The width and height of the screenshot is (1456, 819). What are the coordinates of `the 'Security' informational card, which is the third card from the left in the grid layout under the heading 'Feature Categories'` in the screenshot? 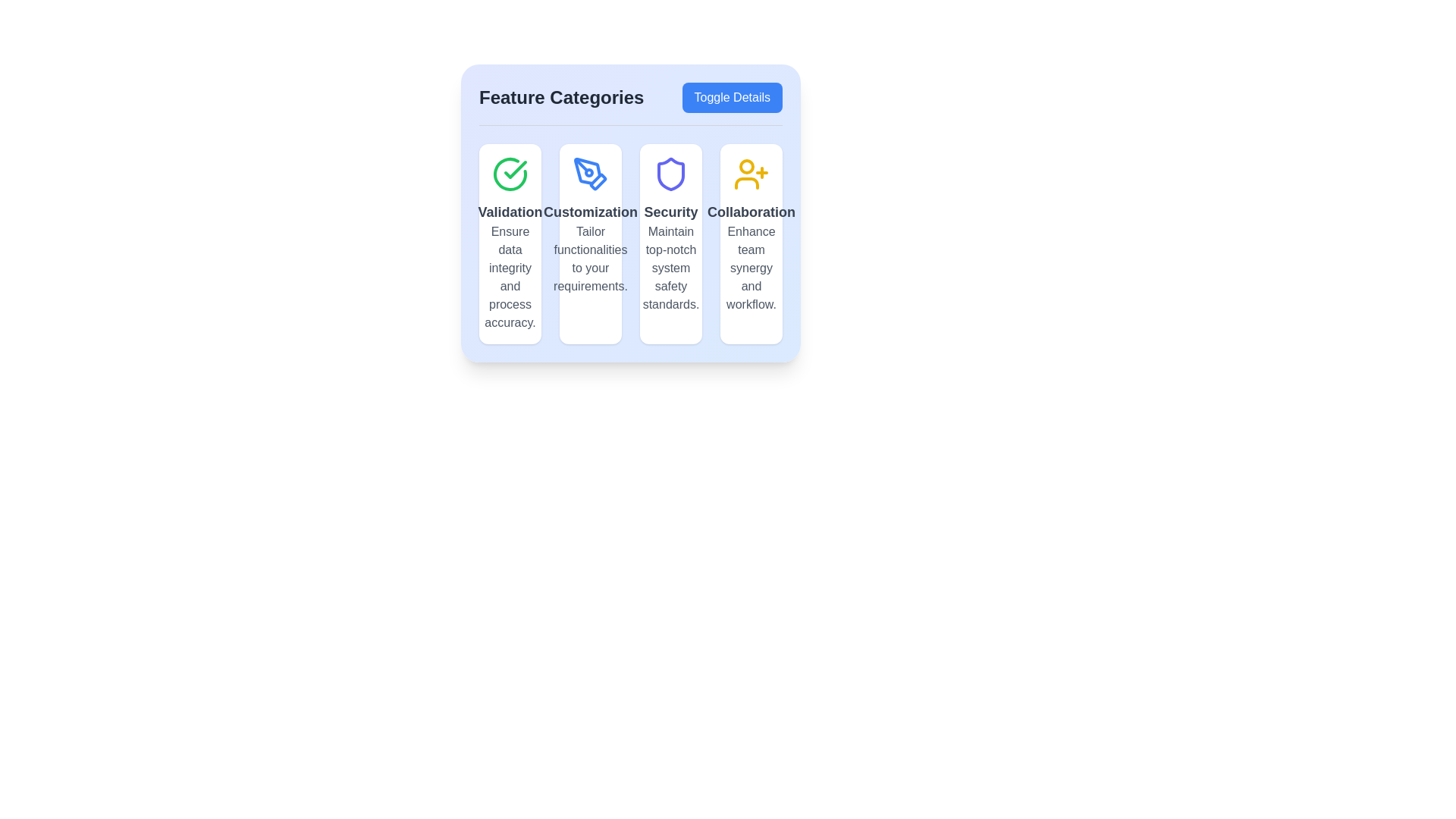 It's located at (670, 243).